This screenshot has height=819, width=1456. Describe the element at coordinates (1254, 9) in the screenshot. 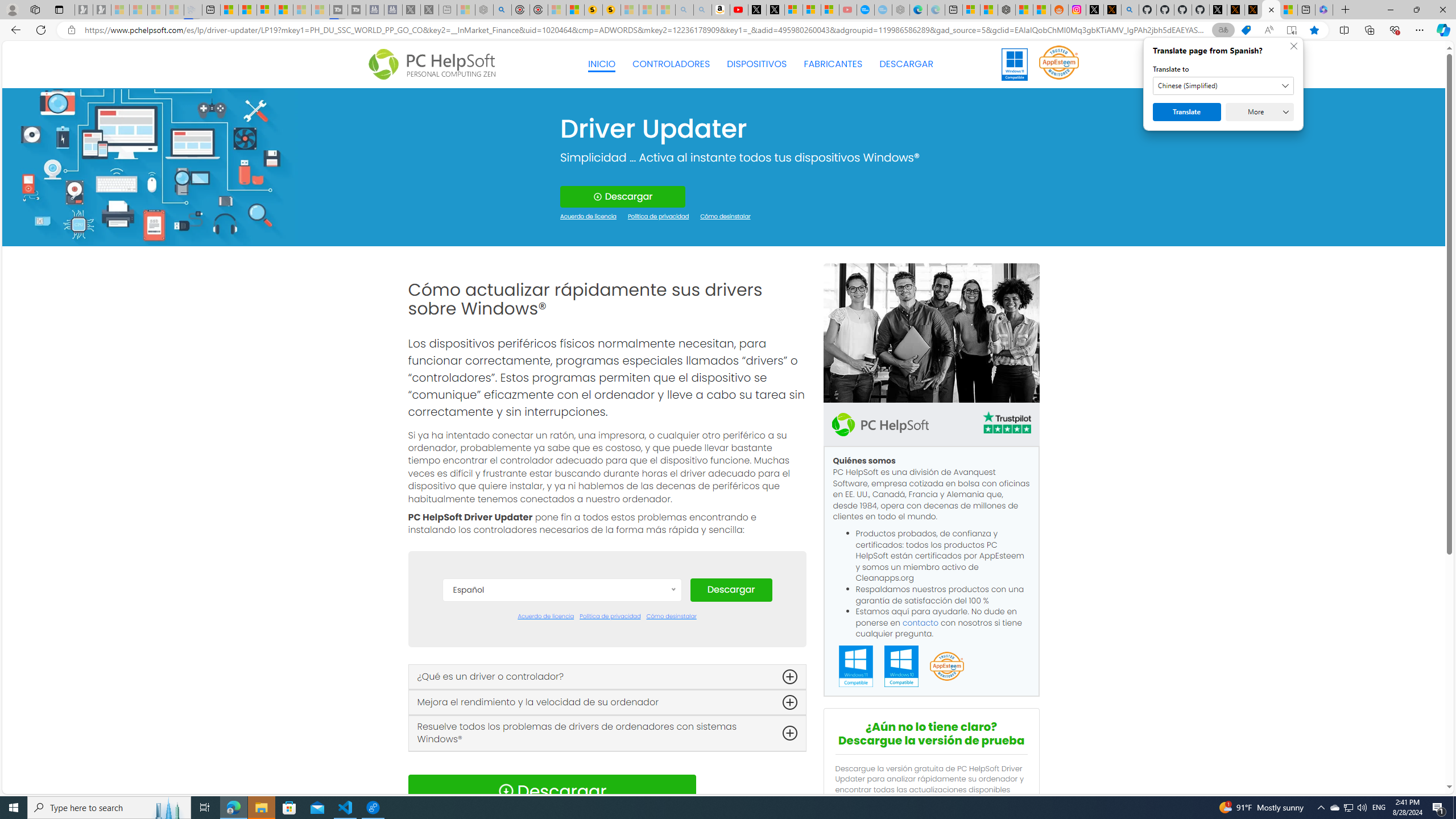

I see `'X Privacy Policy'` at that location.